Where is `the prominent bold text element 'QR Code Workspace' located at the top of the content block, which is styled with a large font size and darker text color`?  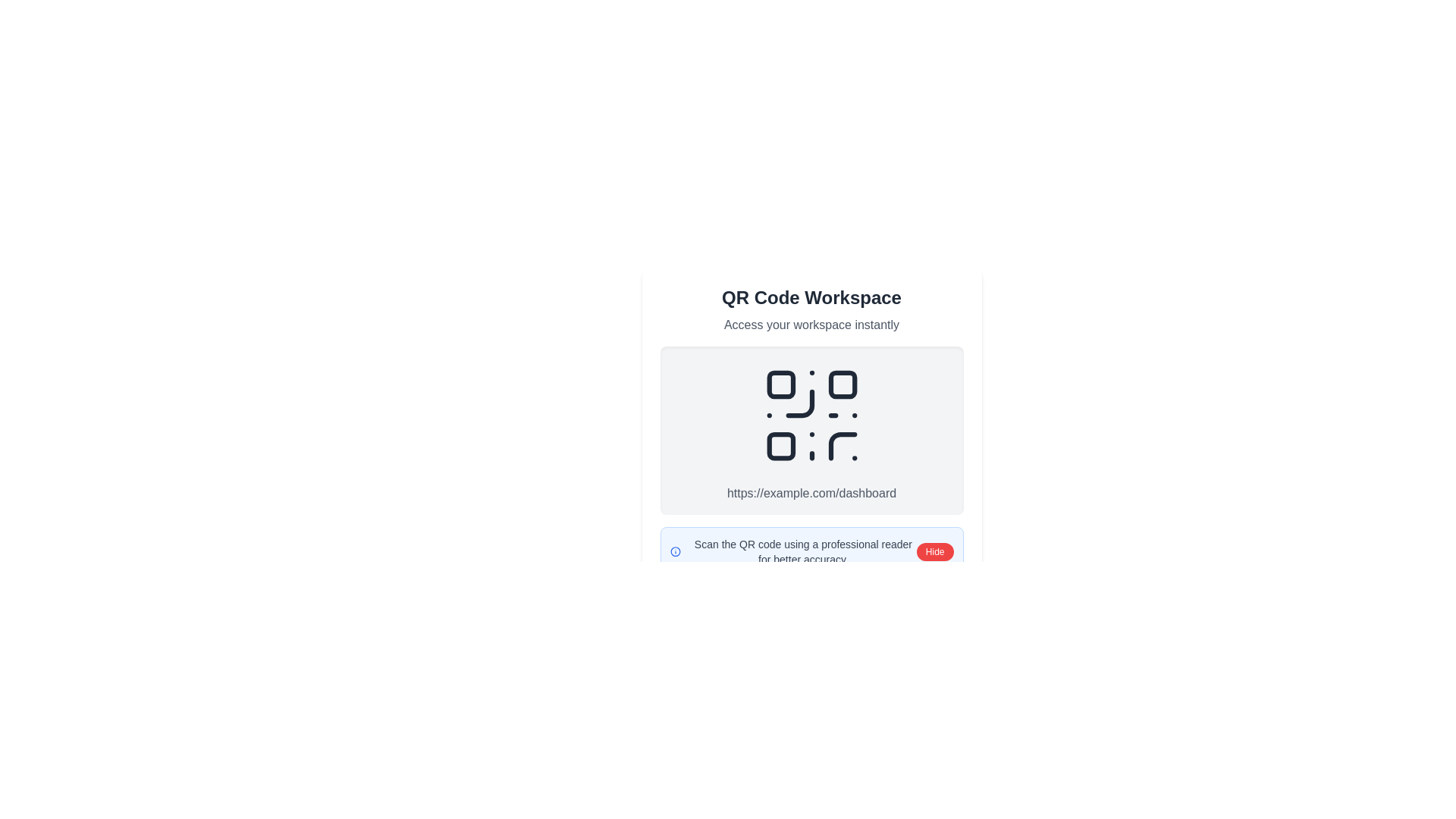
the prominent bold text element 'QR Code Workspace' located at the top of the content block, which is styled with a large font size and darker text color is located at coordinates (811, 298).